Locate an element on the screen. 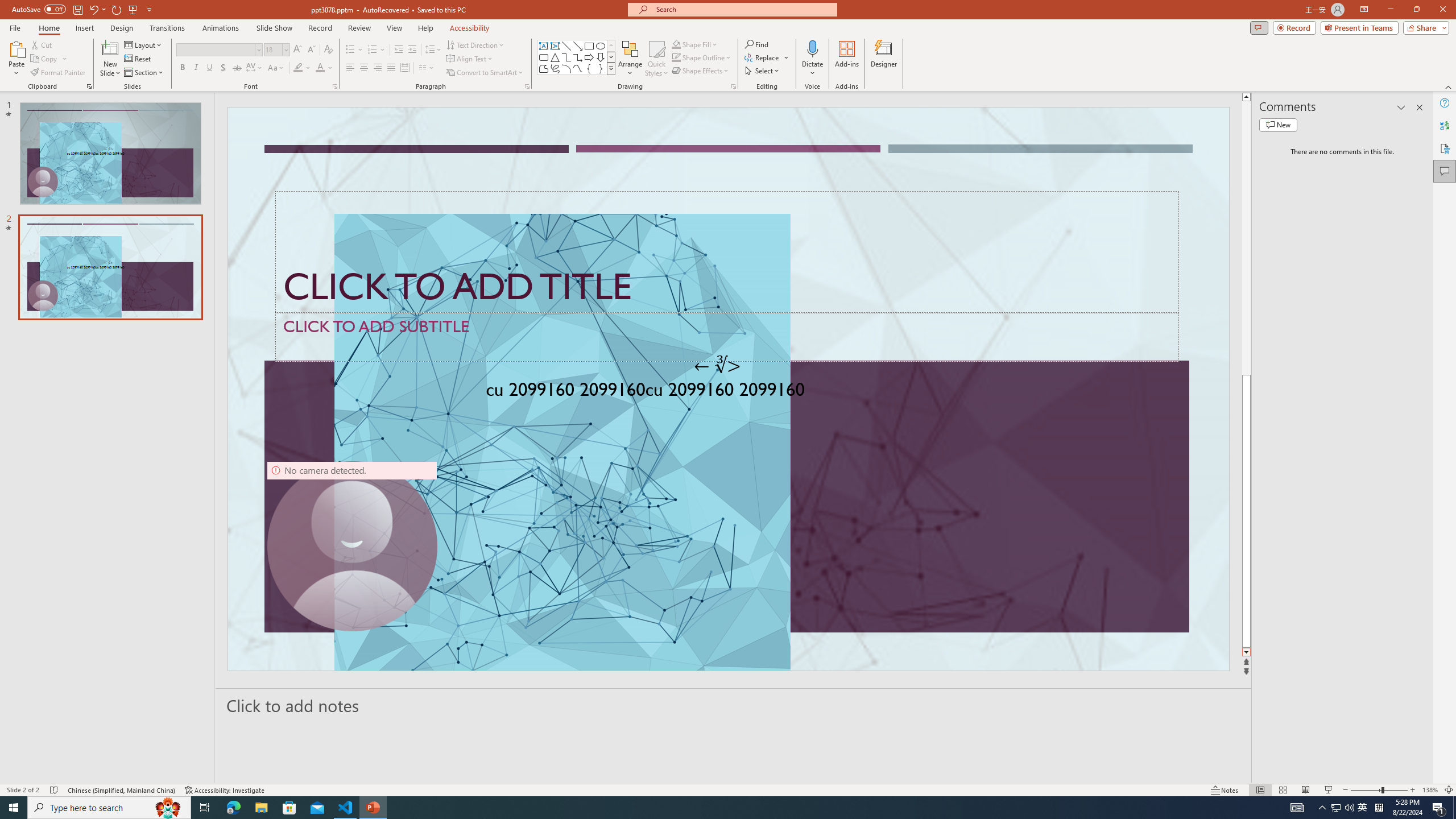 The width and height of the screenshot is (1456, 819). 'Shape Effects' is located at coordinates (700, 69).